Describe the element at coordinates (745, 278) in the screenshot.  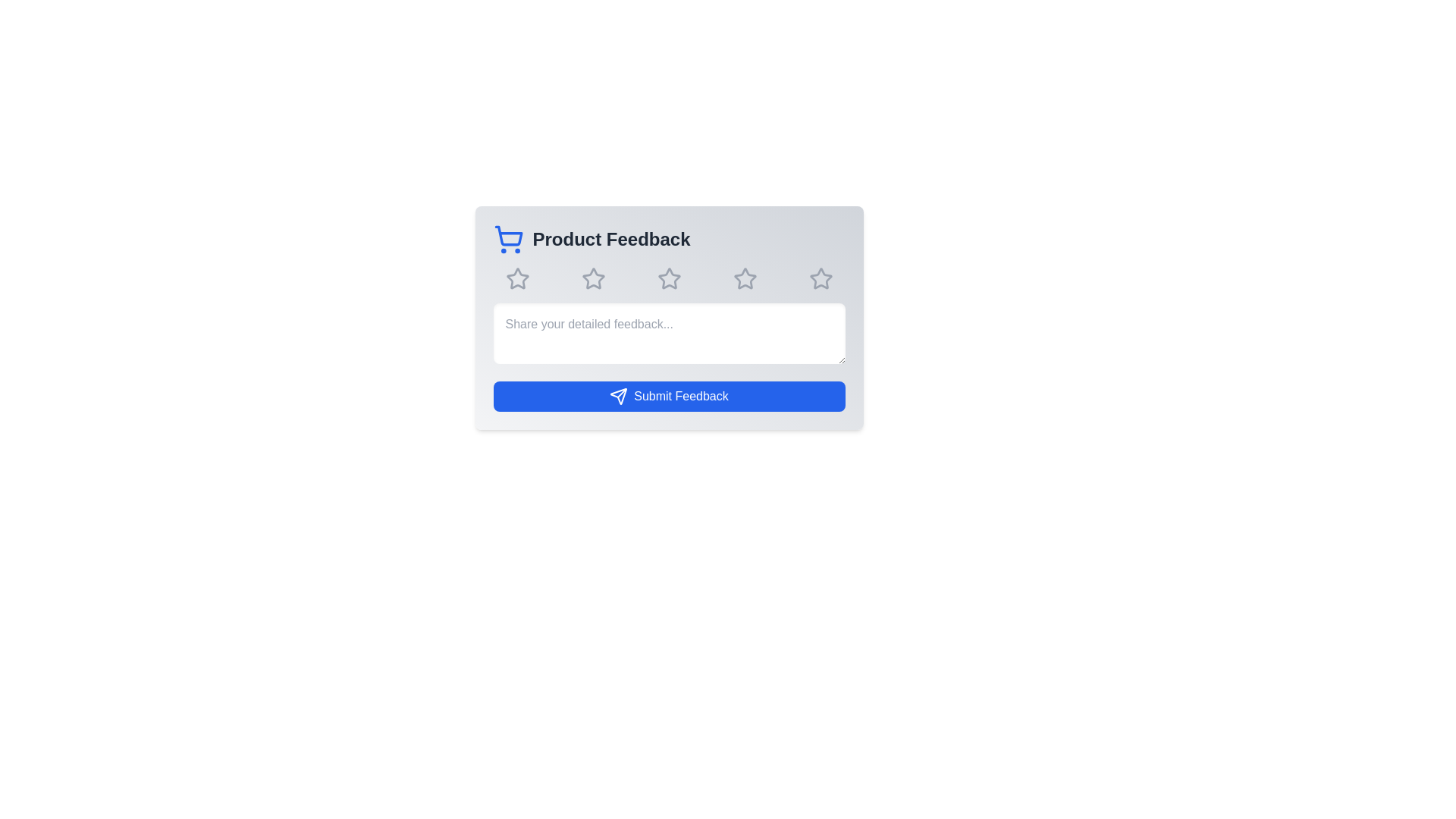
I see `the fifth star-shaped SVG icon with a gray outline in the rating marker section of the feedback form` at that location.